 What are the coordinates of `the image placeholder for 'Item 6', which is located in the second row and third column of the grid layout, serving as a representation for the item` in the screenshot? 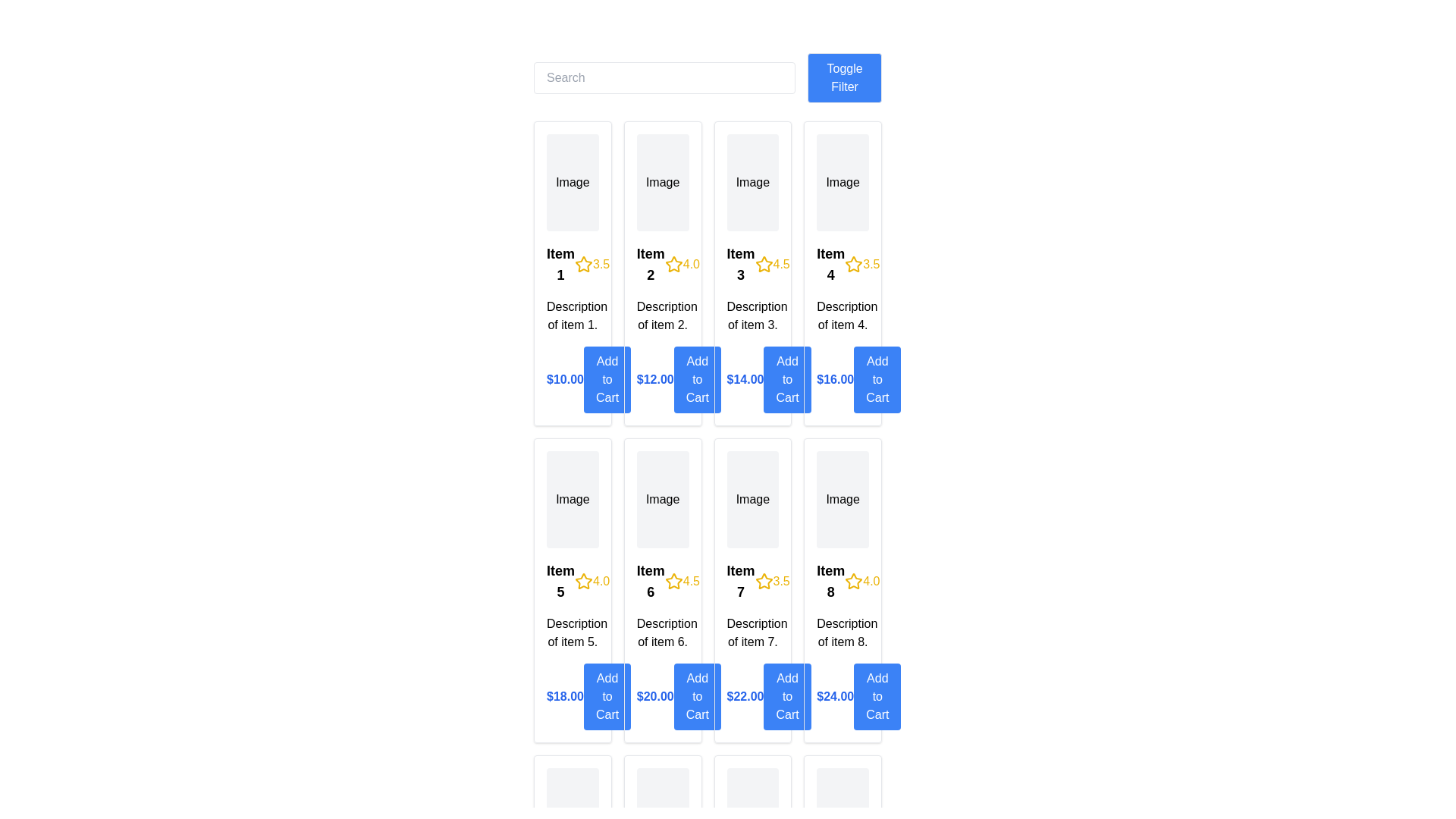 It's located at (662, 500).